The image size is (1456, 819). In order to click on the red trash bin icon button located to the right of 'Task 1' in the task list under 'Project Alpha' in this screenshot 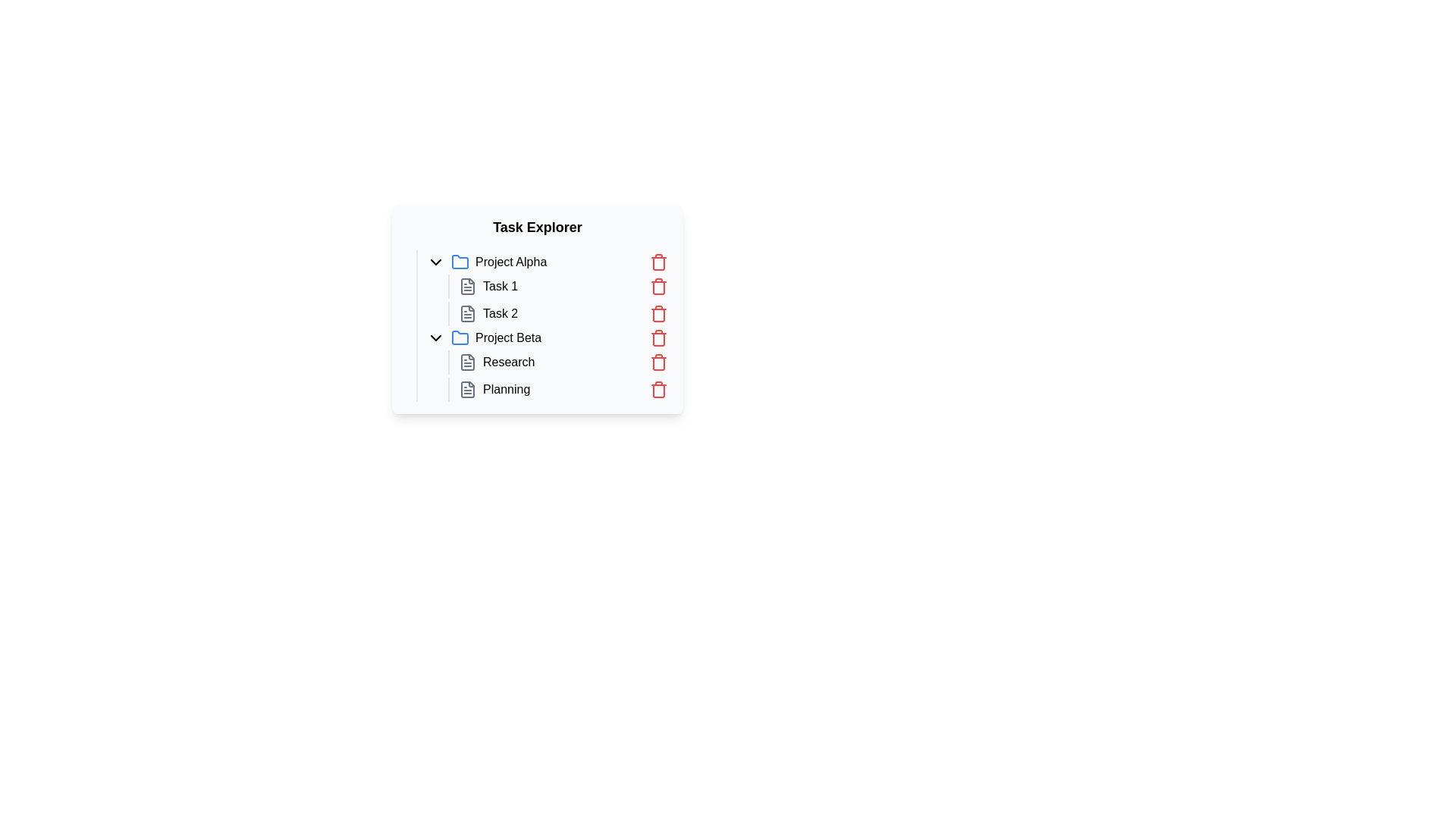, I will do `click(658, 287)`.